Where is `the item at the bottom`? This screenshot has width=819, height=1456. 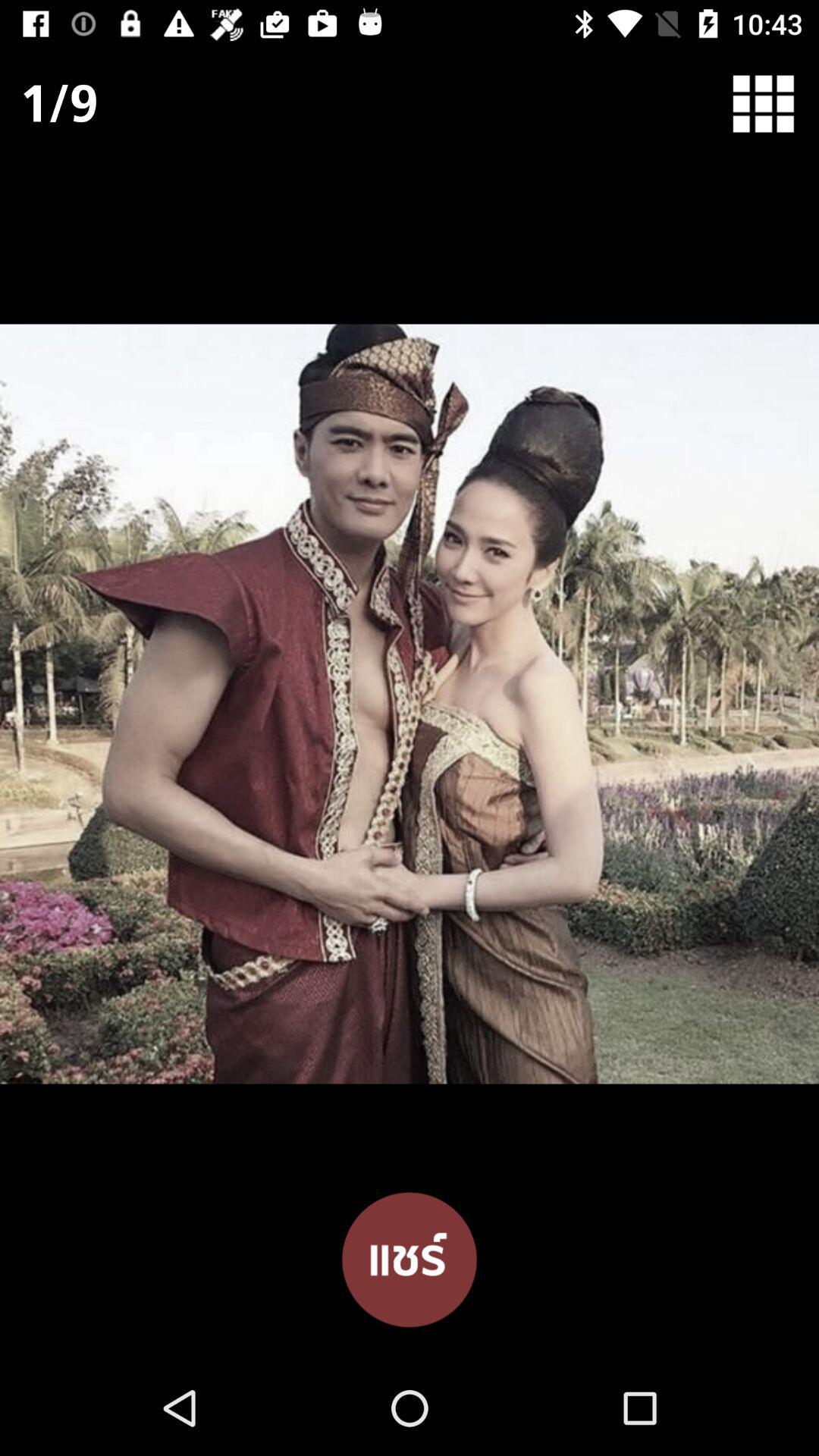 the item at the bottom is located at coordinates (409, 1258).